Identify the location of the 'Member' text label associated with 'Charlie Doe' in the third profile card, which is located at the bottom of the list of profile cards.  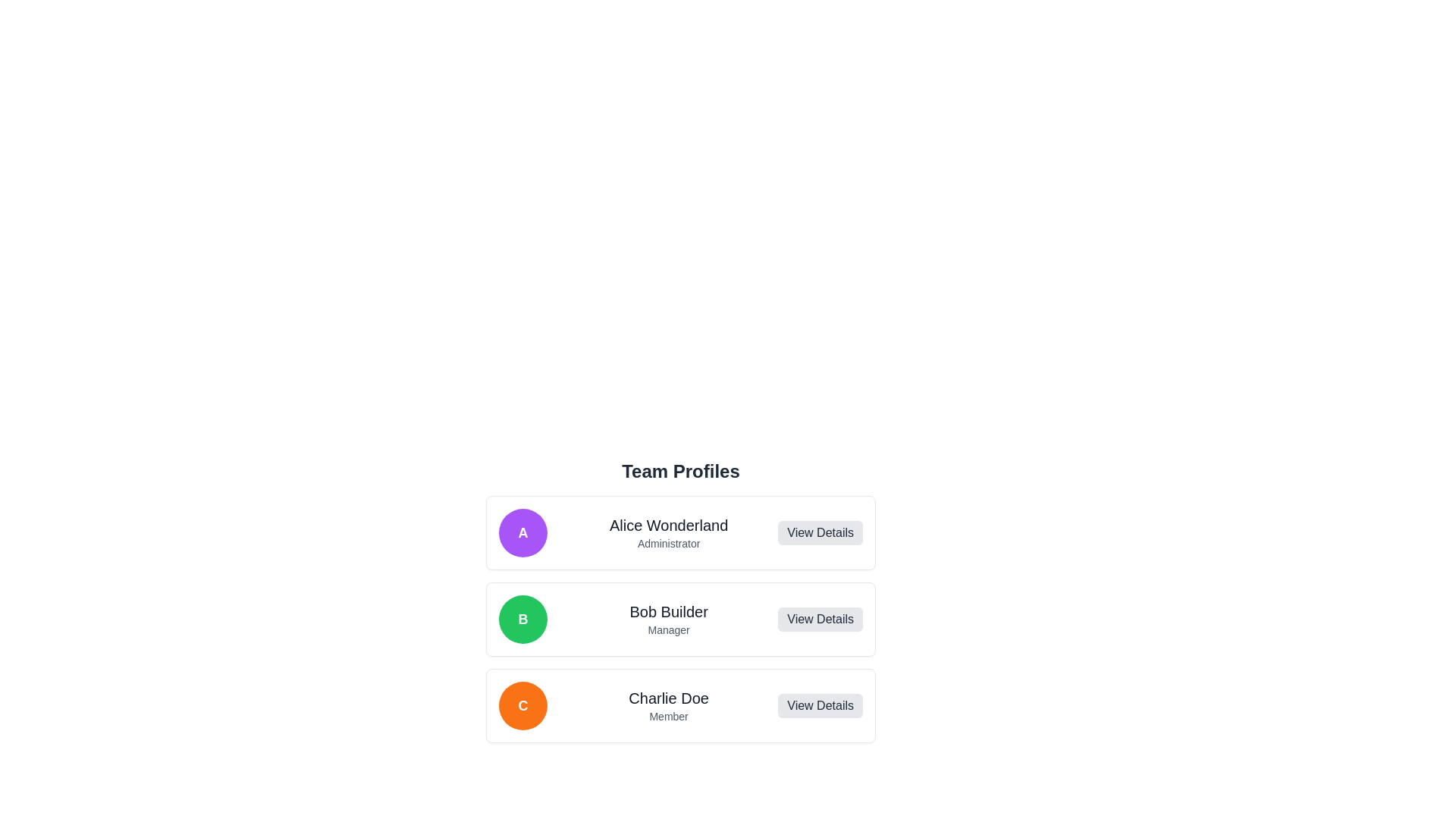
(668, 717).